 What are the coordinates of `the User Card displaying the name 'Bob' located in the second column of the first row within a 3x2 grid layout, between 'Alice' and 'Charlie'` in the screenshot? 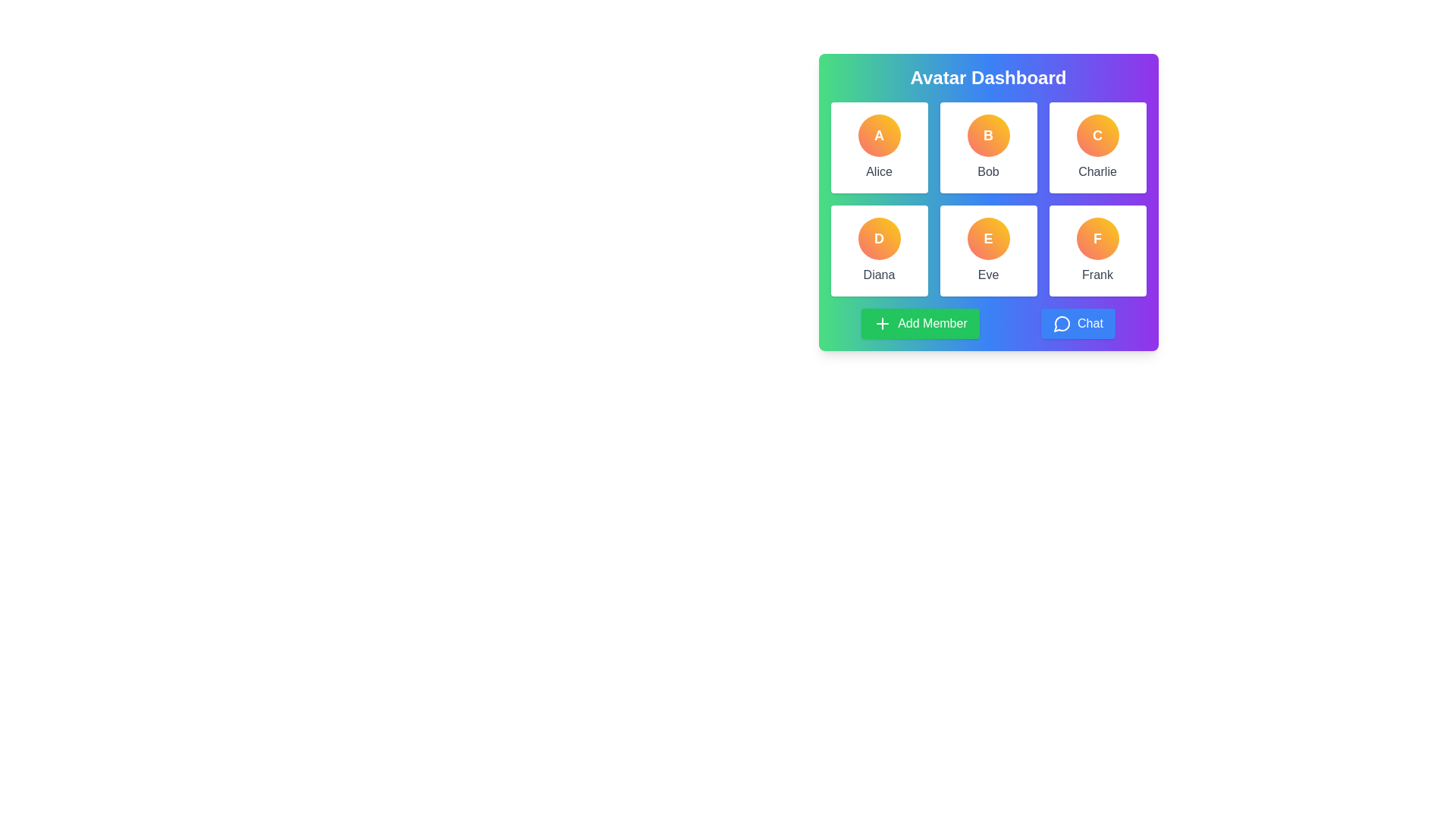 It's located at (988, 148).